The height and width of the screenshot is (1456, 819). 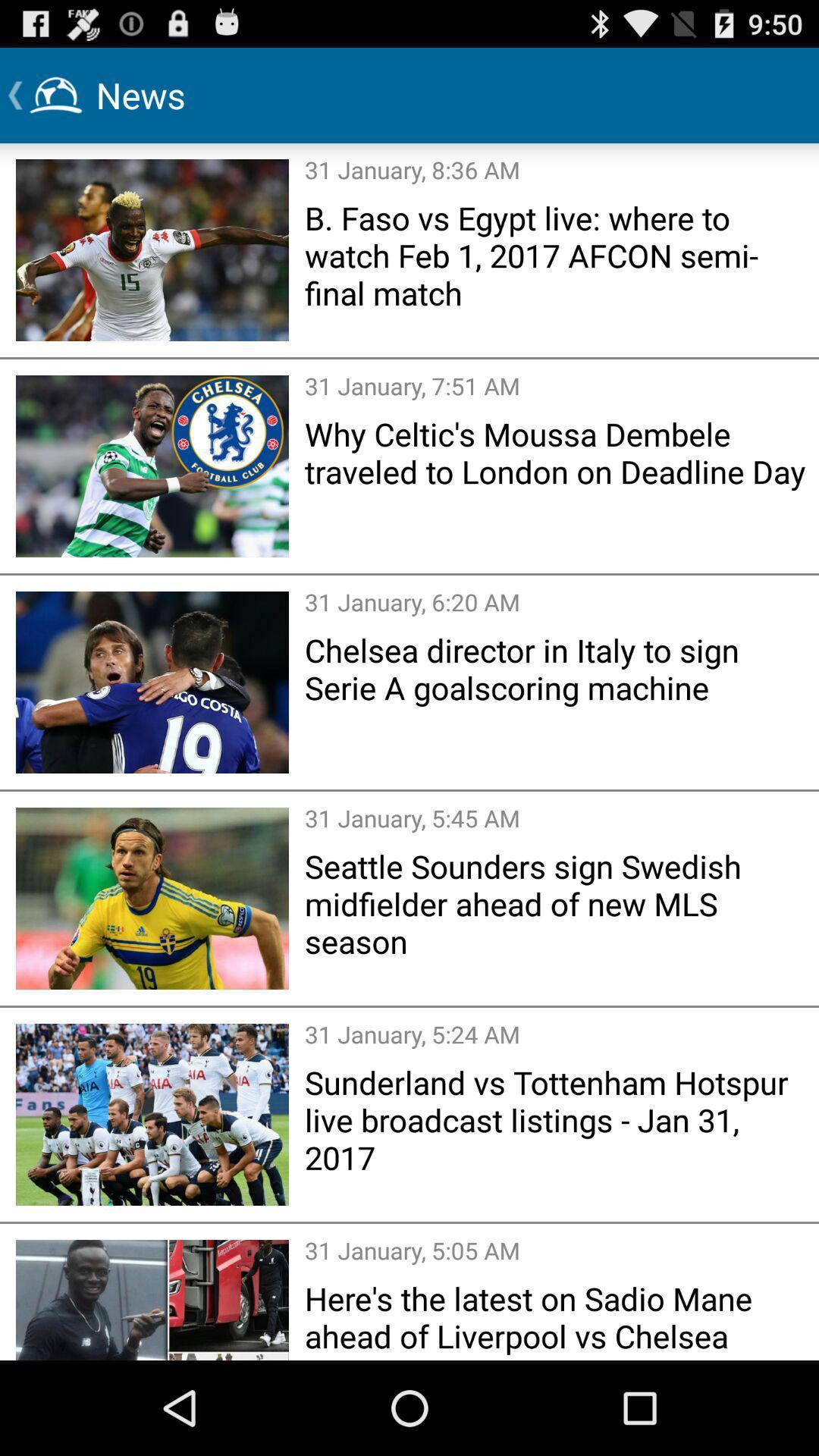 What do you see at coordinates (557, 451) in the screenshot?
I see `why celtic s item` at bounding box center [557, 451].